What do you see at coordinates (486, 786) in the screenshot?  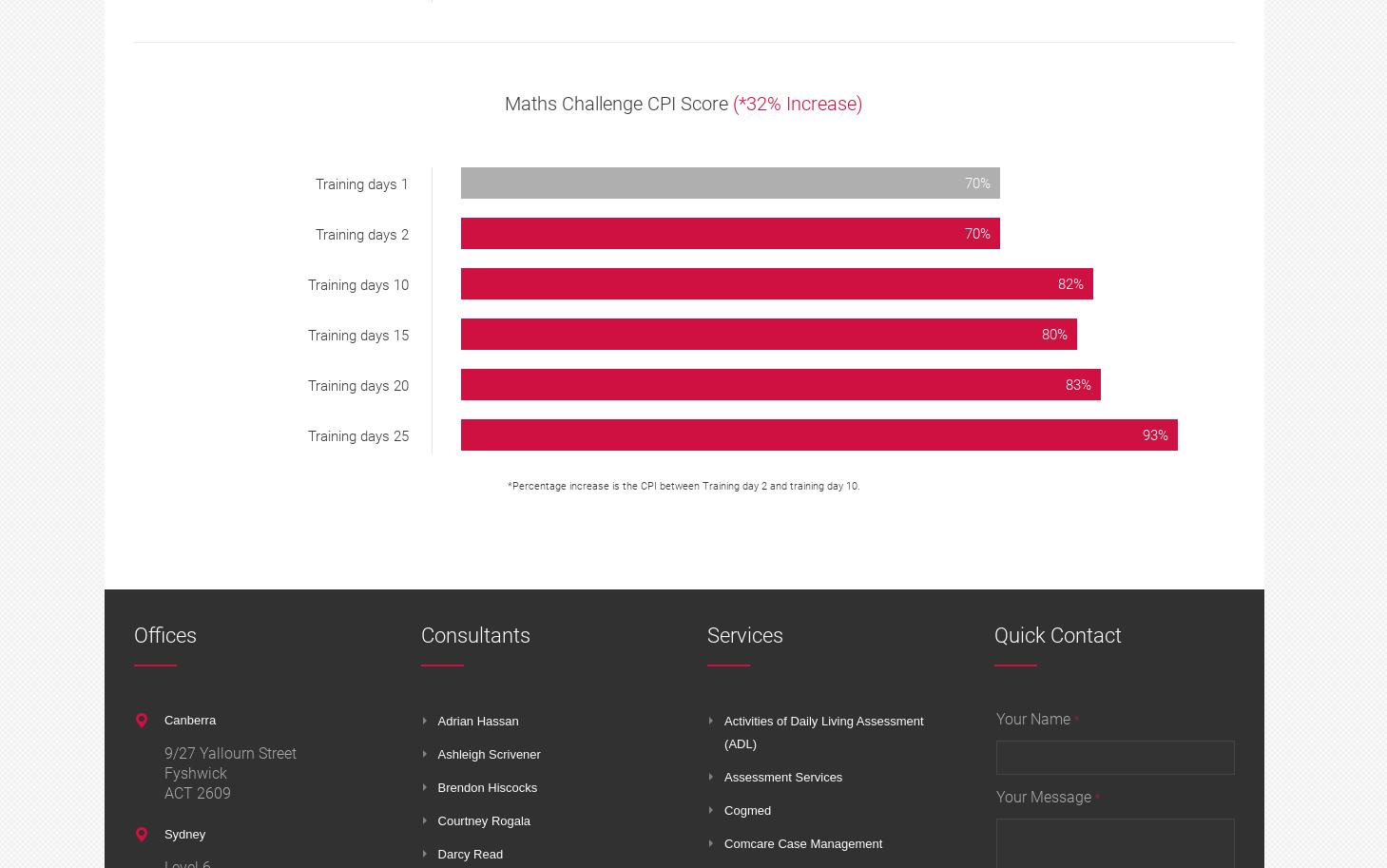 I see `'Brendon Hiscocks'` at bounding box center [486, 786].